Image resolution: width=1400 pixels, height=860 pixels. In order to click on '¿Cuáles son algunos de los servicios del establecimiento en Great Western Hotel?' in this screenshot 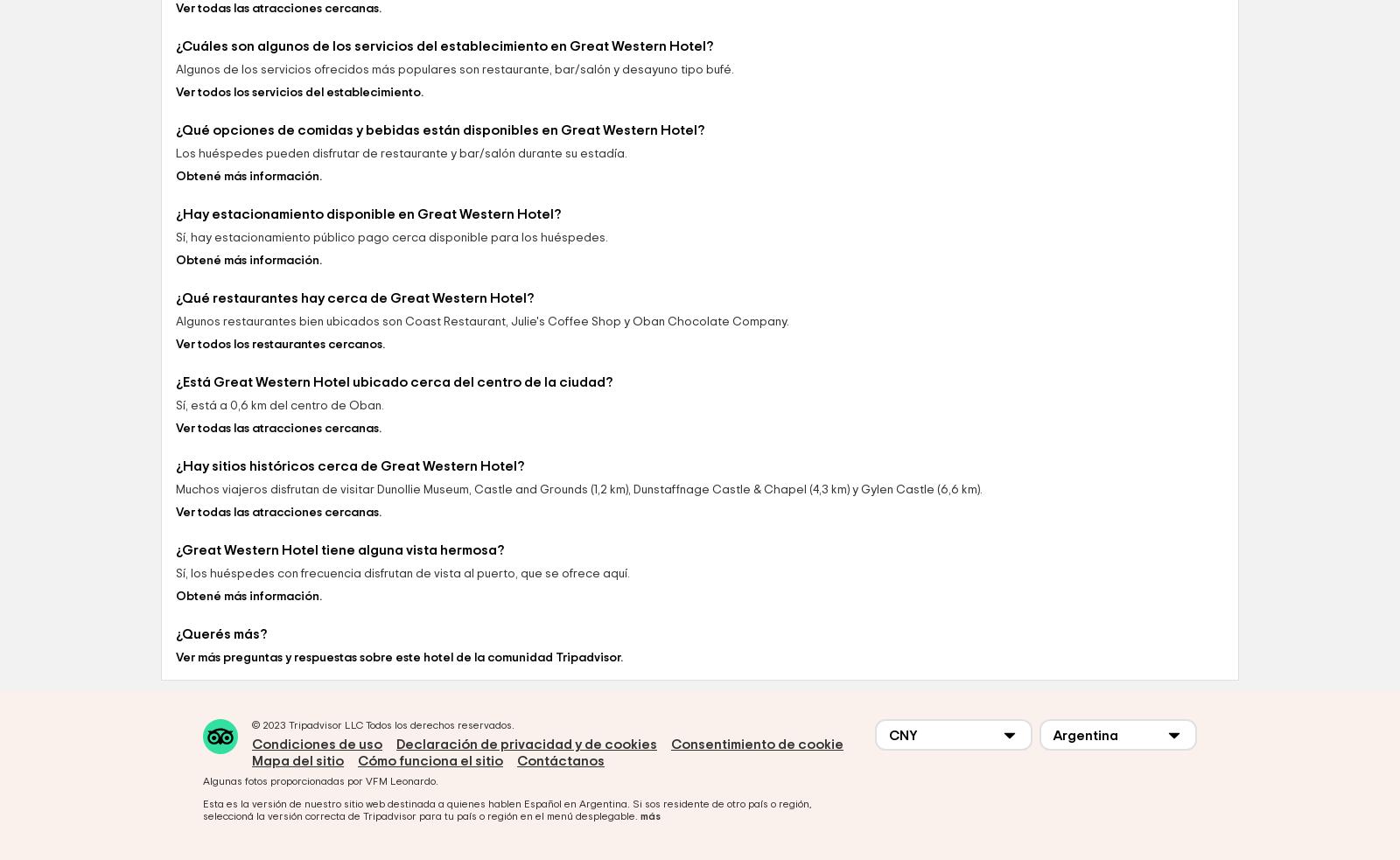, I will do `click(444, 167)`.